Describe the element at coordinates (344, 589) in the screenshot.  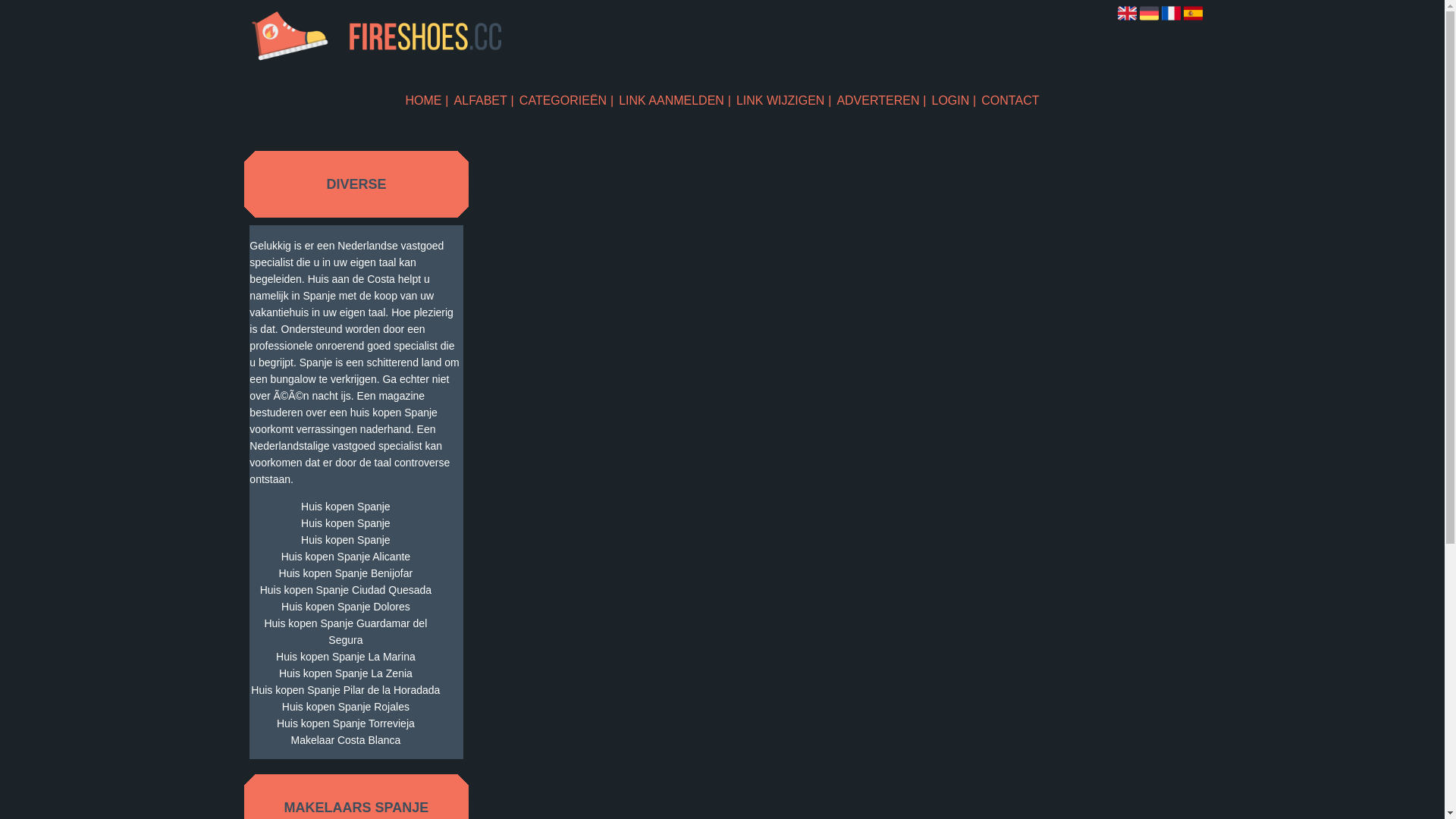
I see `'Huis kopen Spanje Ciudad Quesada'` at that location.